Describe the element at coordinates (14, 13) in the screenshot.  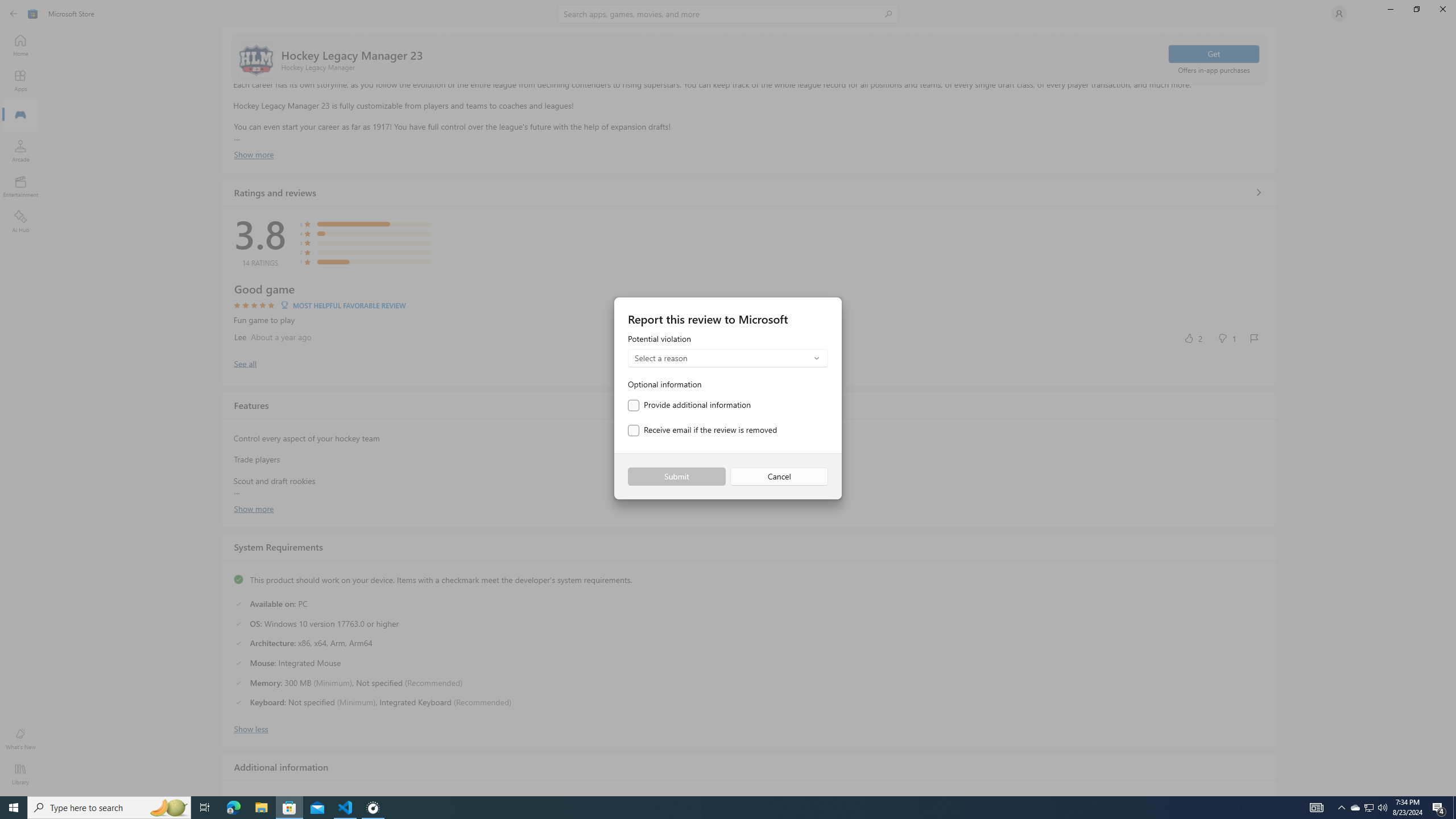
I see `'Back'` at that location.